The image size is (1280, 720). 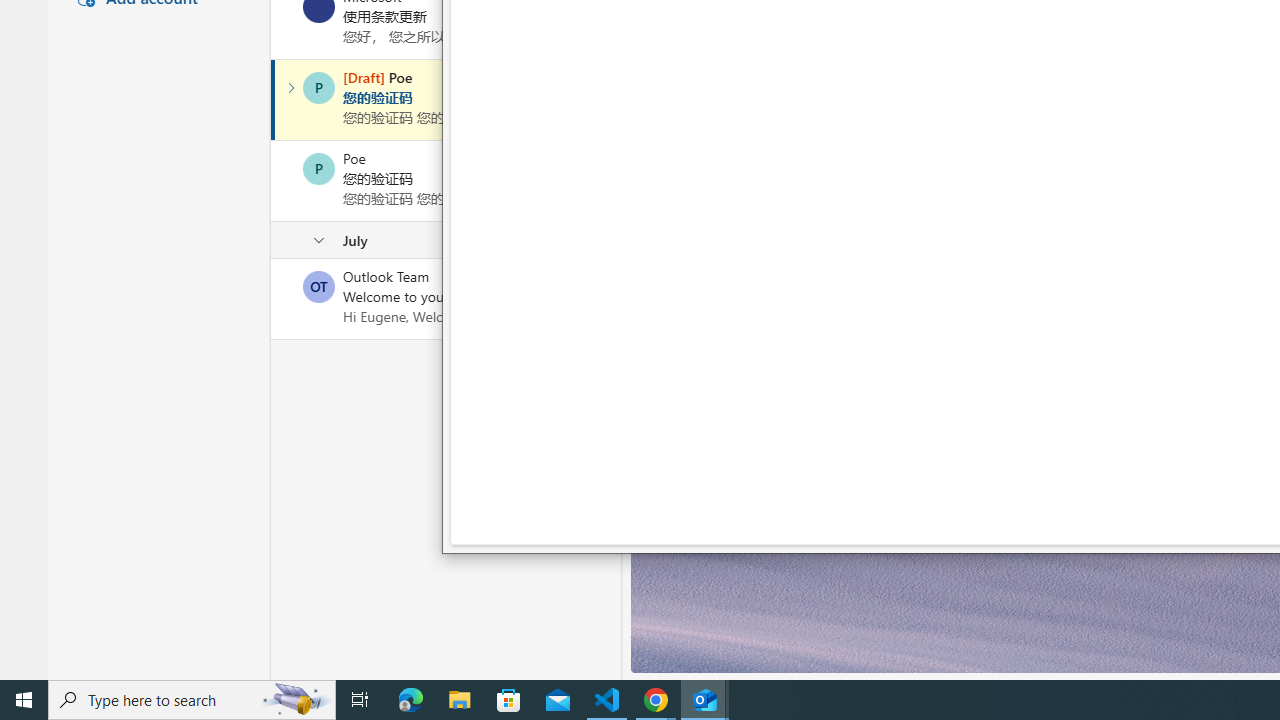 I want to click on 'Outlook (new) - 2 running windows', so click(x=705, y=698).